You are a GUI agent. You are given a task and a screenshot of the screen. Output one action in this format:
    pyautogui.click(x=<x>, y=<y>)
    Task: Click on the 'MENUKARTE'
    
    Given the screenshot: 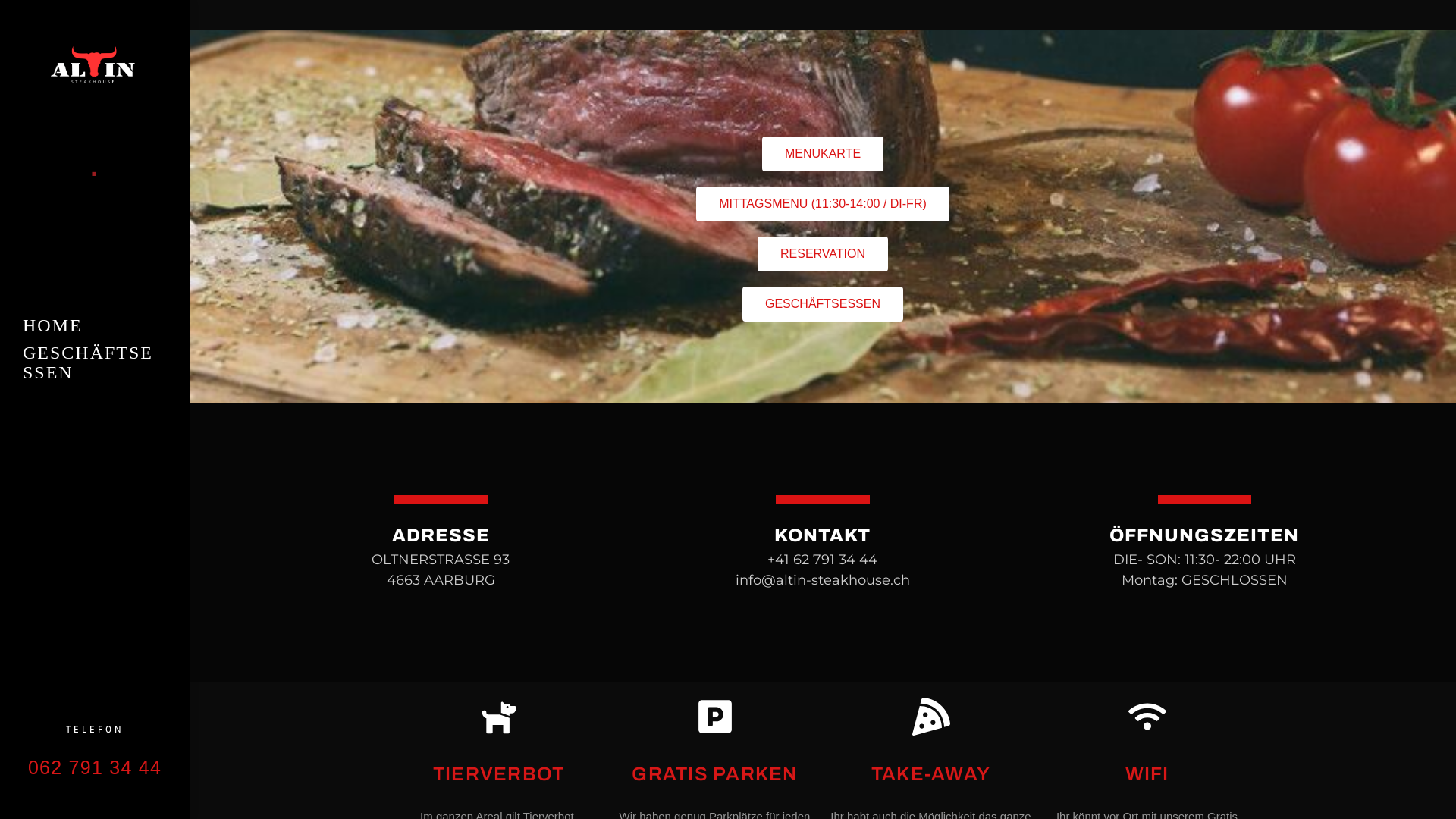 What is the action you would take?
    pyautogui.click(x=821, y=154)
    